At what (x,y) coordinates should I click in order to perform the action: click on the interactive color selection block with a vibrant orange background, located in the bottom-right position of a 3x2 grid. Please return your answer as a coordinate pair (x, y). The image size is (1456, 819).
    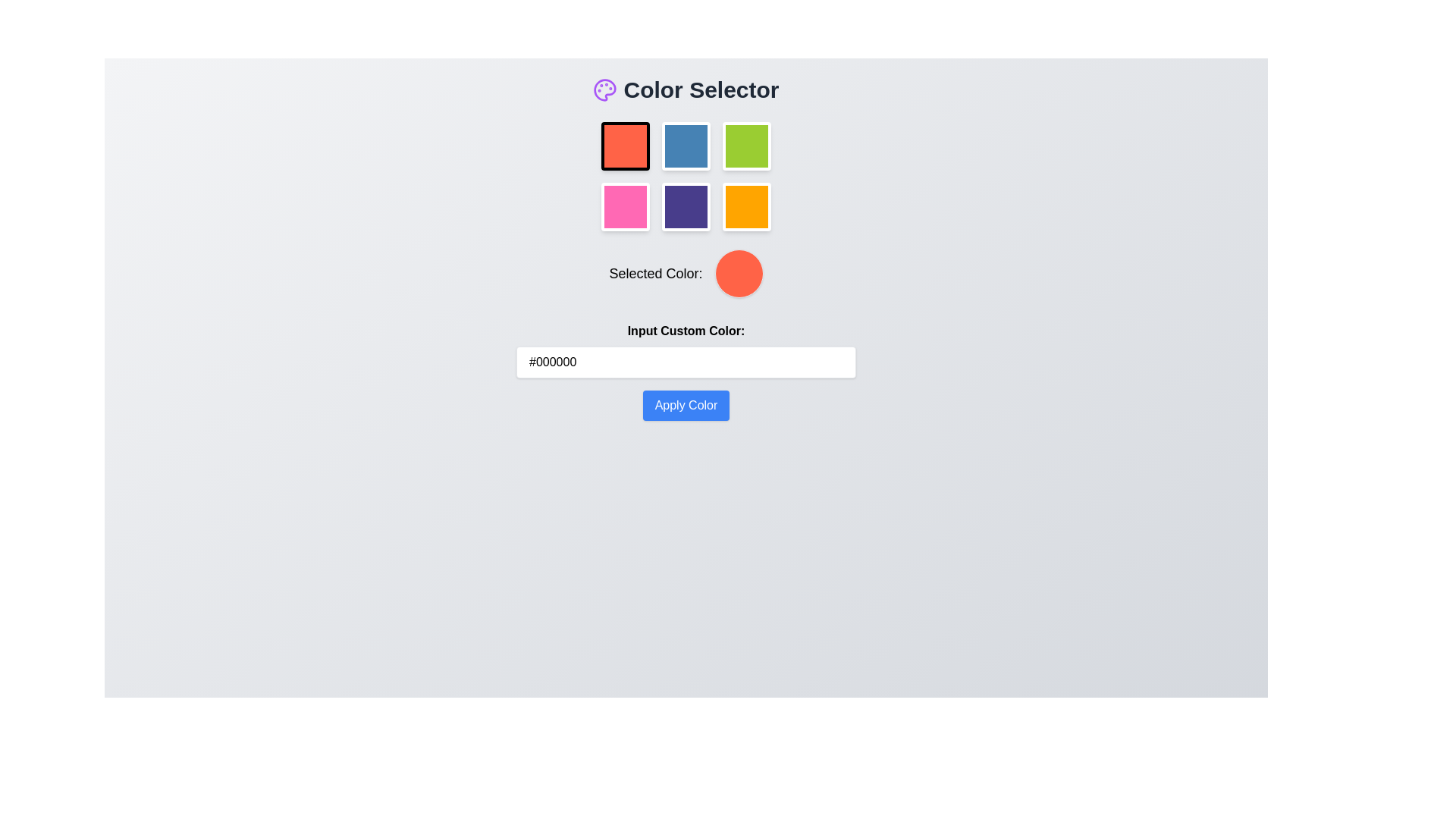
    Looking at the image, I should click on (746, 207).